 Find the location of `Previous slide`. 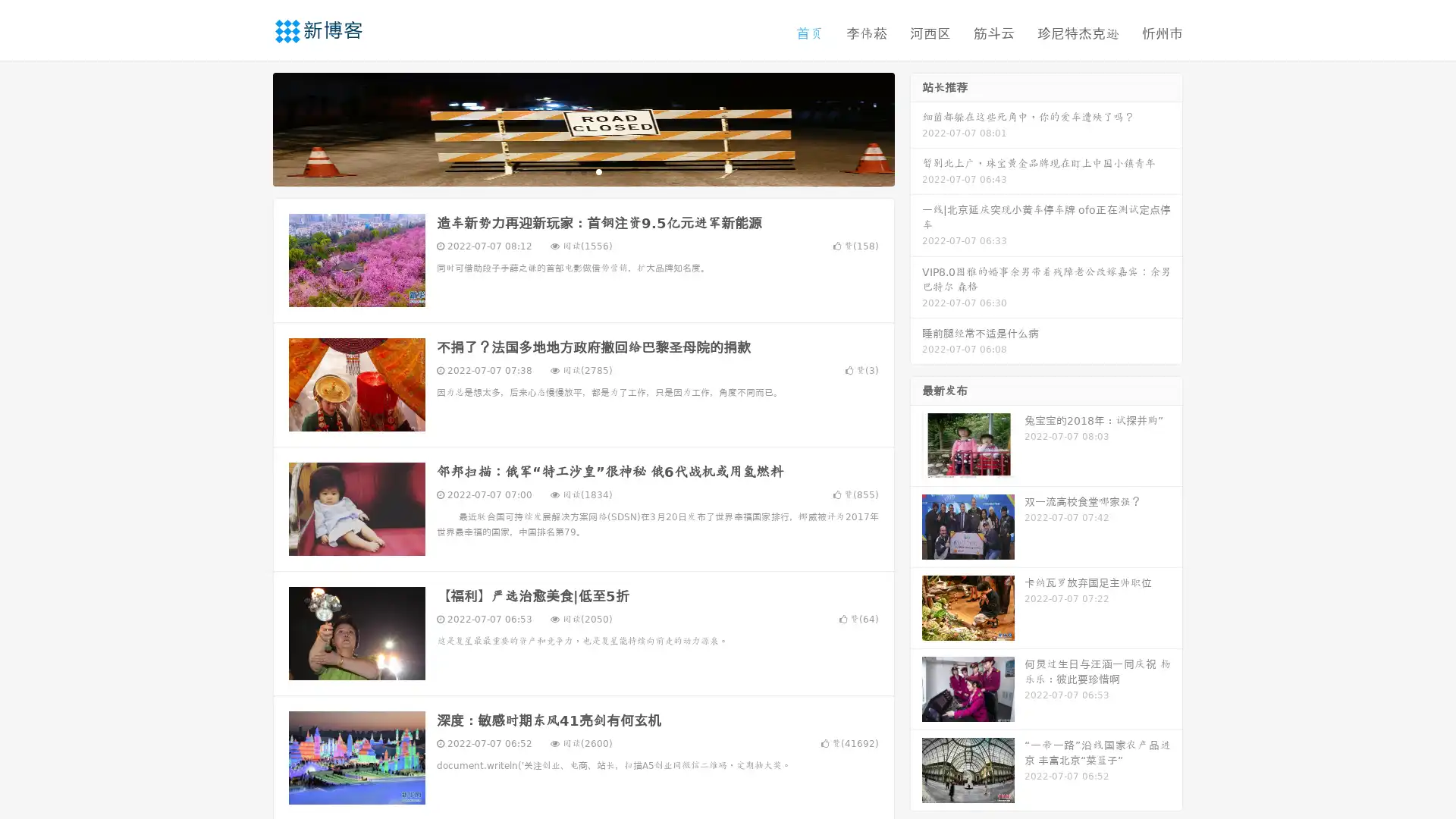

Previous slide is located at coordinates (250, 127).